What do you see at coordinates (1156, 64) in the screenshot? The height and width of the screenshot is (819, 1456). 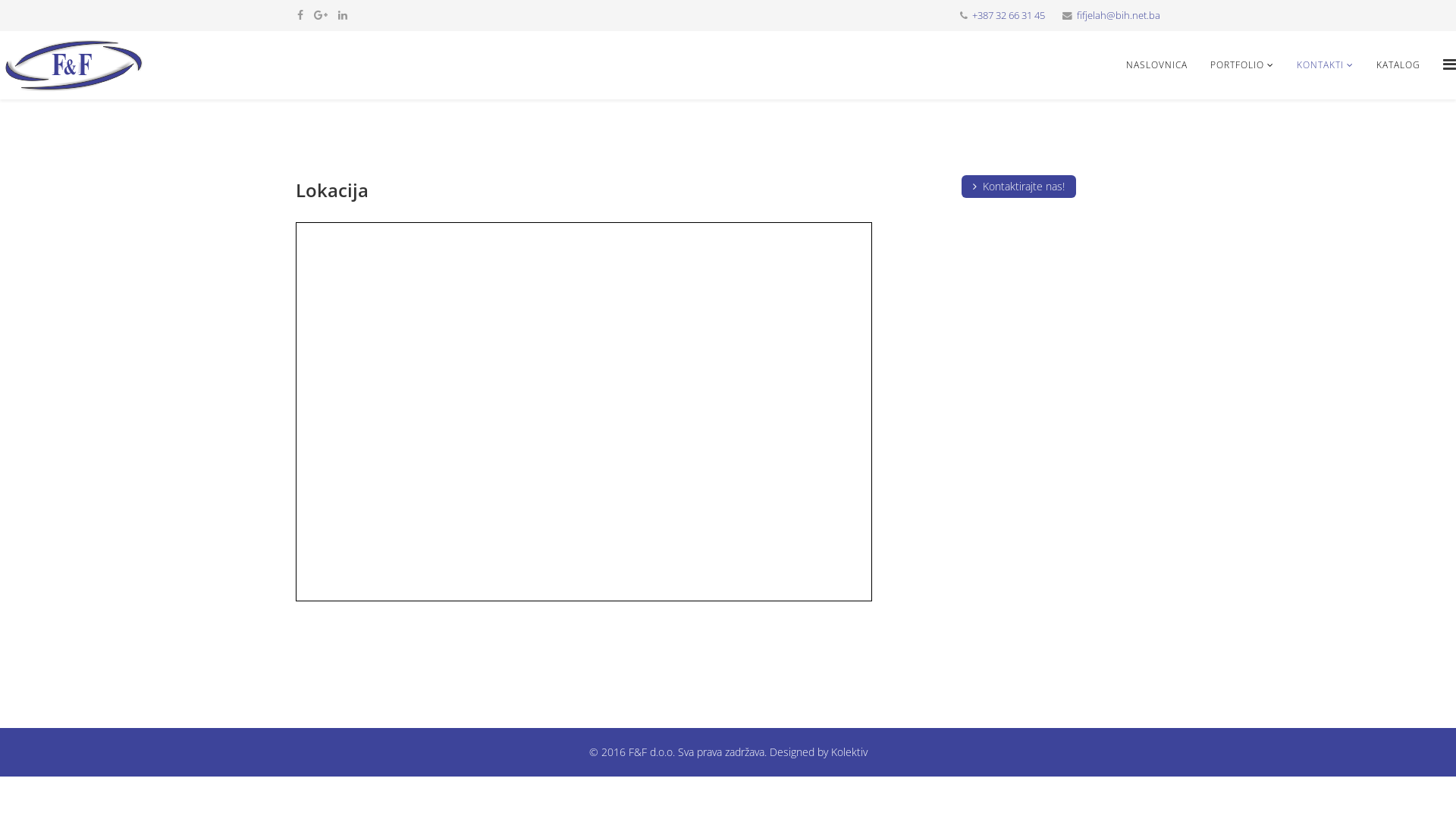 I see `'NASLOVNICA'` at bounding box center [1156, 64].